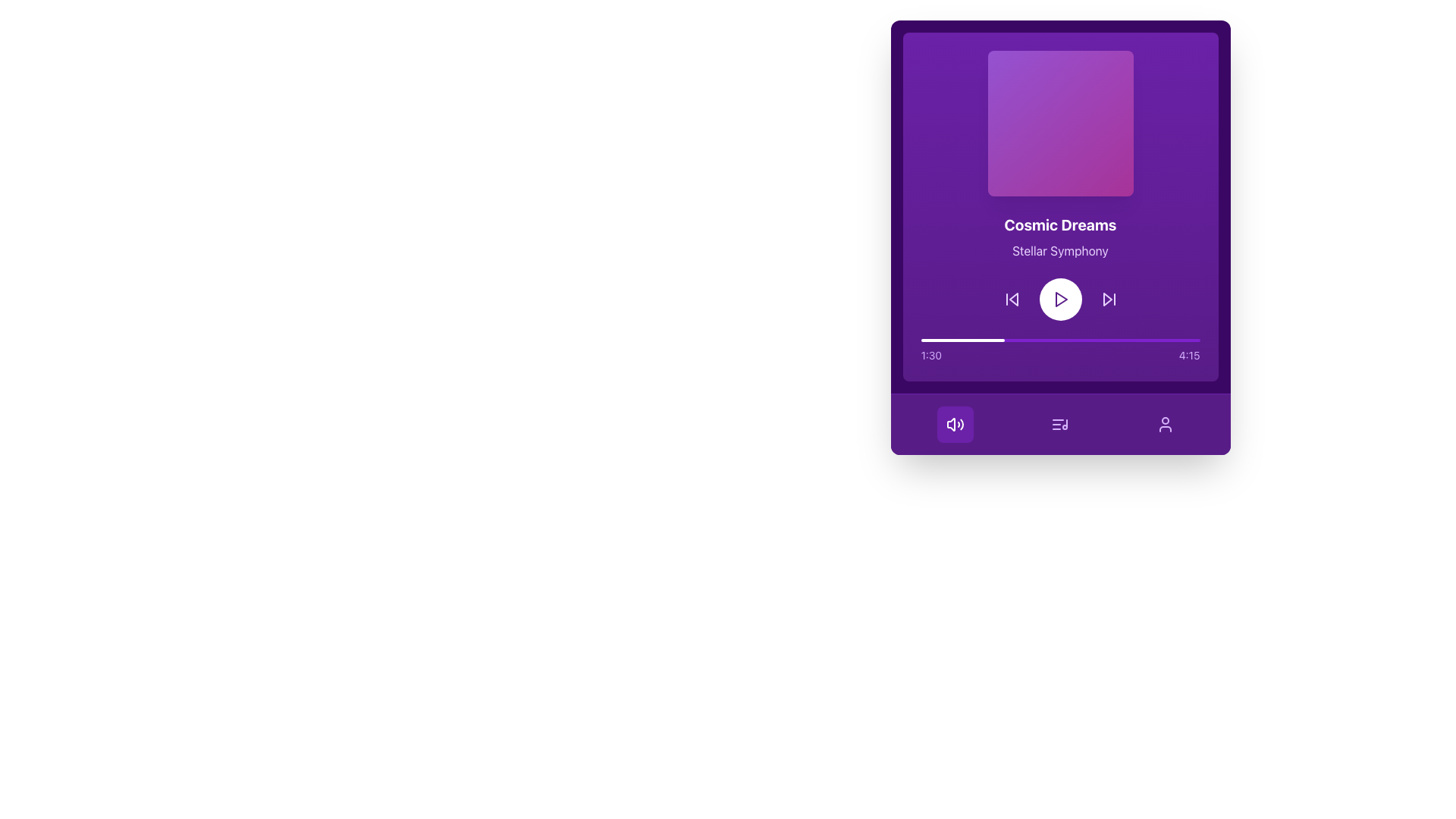  I want to click on the small purple button with a music playlist icon for navigation, so click(1059, 424).